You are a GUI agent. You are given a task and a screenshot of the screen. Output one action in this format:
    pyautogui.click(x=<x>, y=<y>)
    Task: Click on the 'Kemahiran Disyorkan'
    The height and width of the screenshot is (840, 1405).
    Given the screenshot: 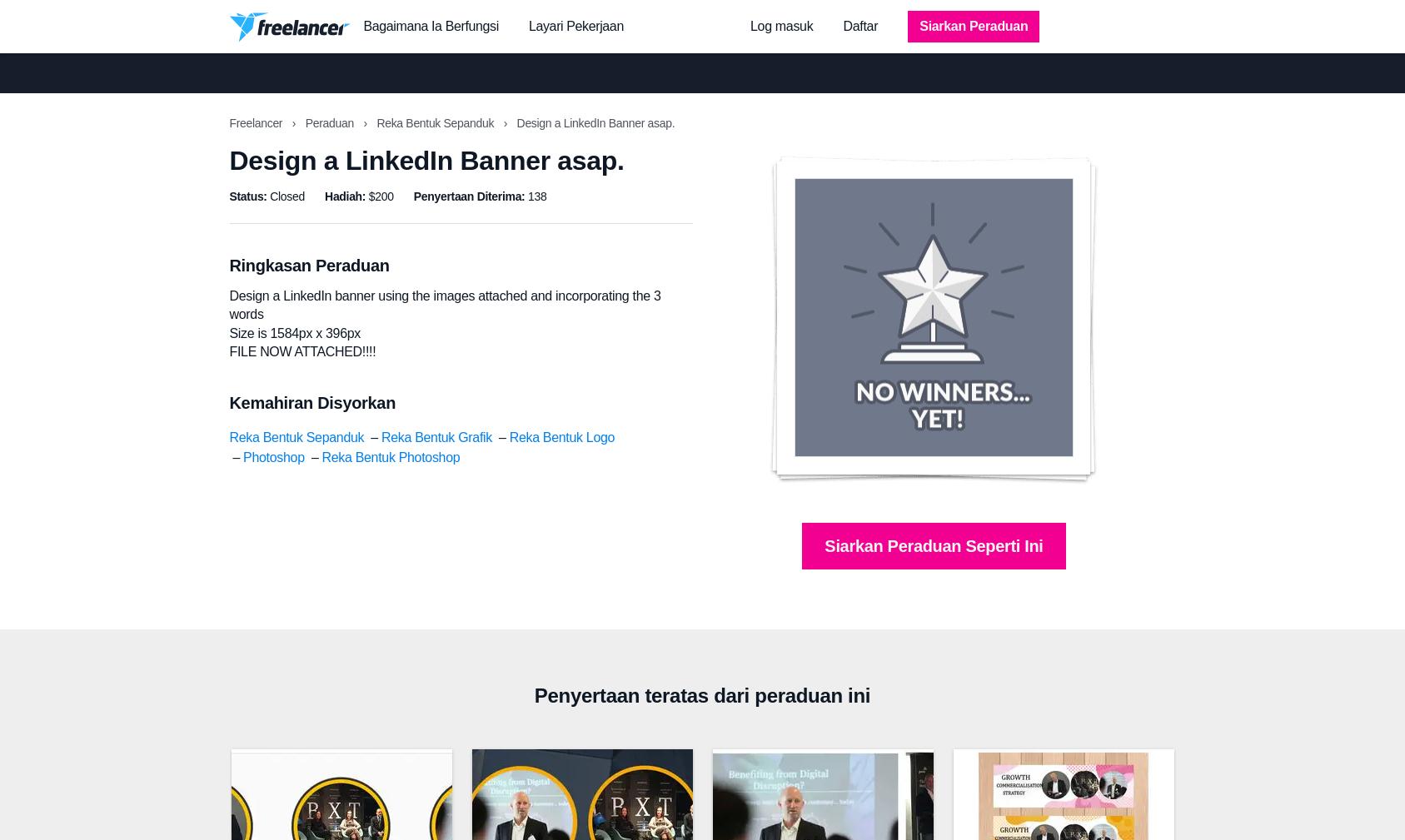 What is the action you would take?
    pyautogui.click(x=312, y=402)
    